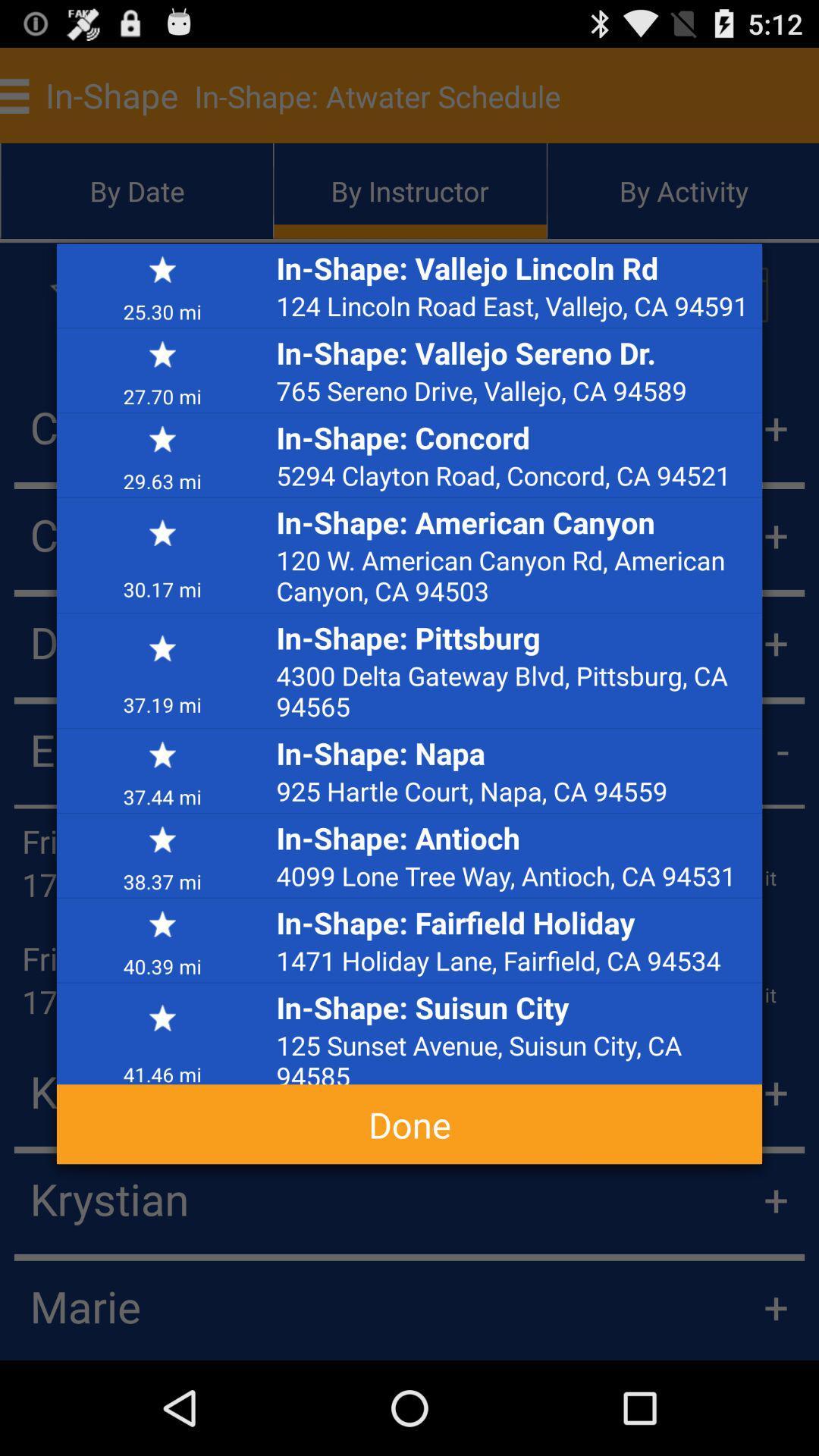 Image resolution: width=819 pixels, height=1456 pixels. What do you see at coordinates (514, 1055) in the screenshot?
I see `the 125 sunset avenue` at bounding box center [514, 1055].